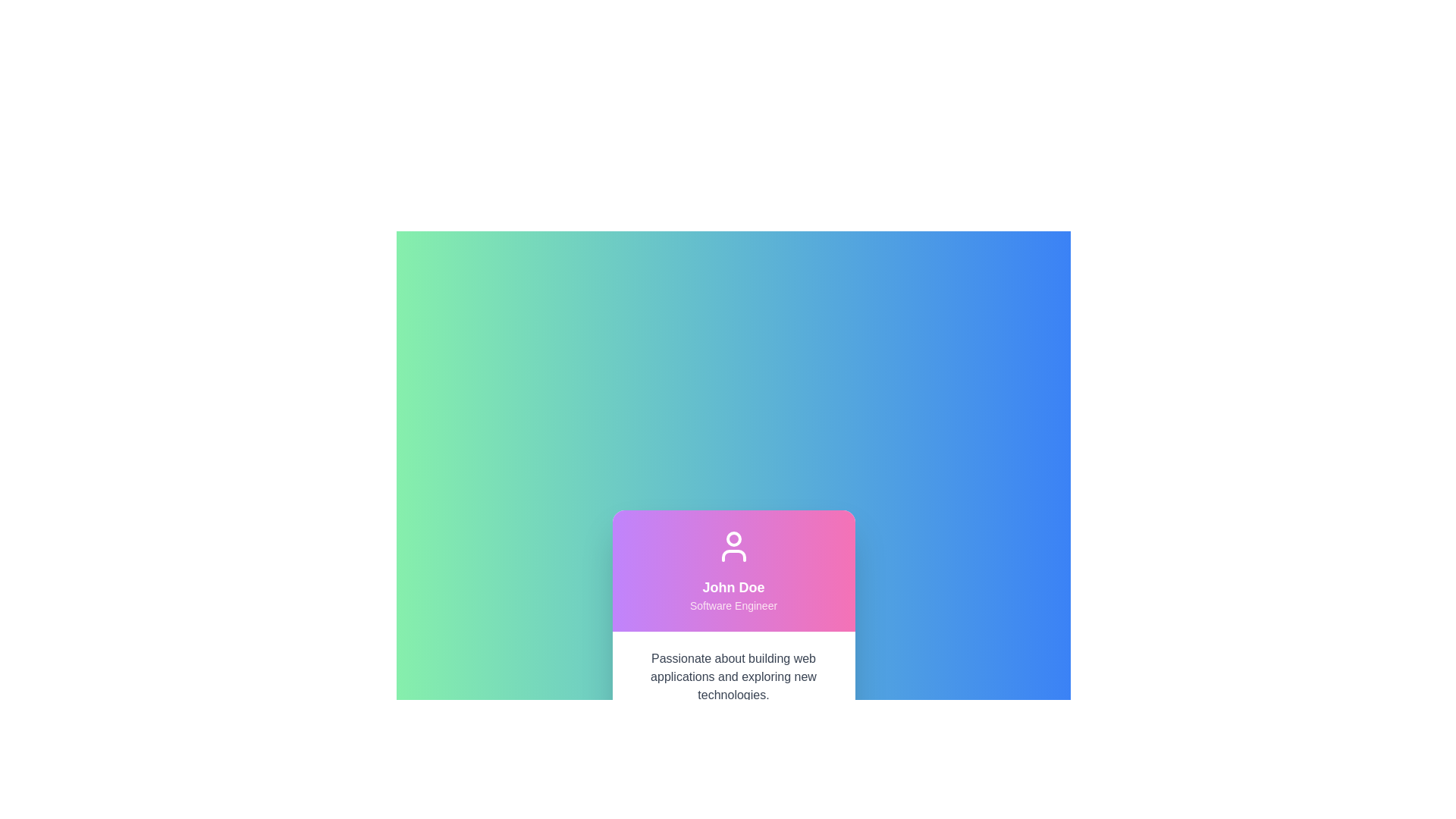 This screenshot has height=819, width=1456. Describe the element at coordinates (733, 538) in the screenshot. I see `the circular graphical element within the SVG that represents a user or profile in the avatar icon, located at the top center of the rectangular card` at that location.